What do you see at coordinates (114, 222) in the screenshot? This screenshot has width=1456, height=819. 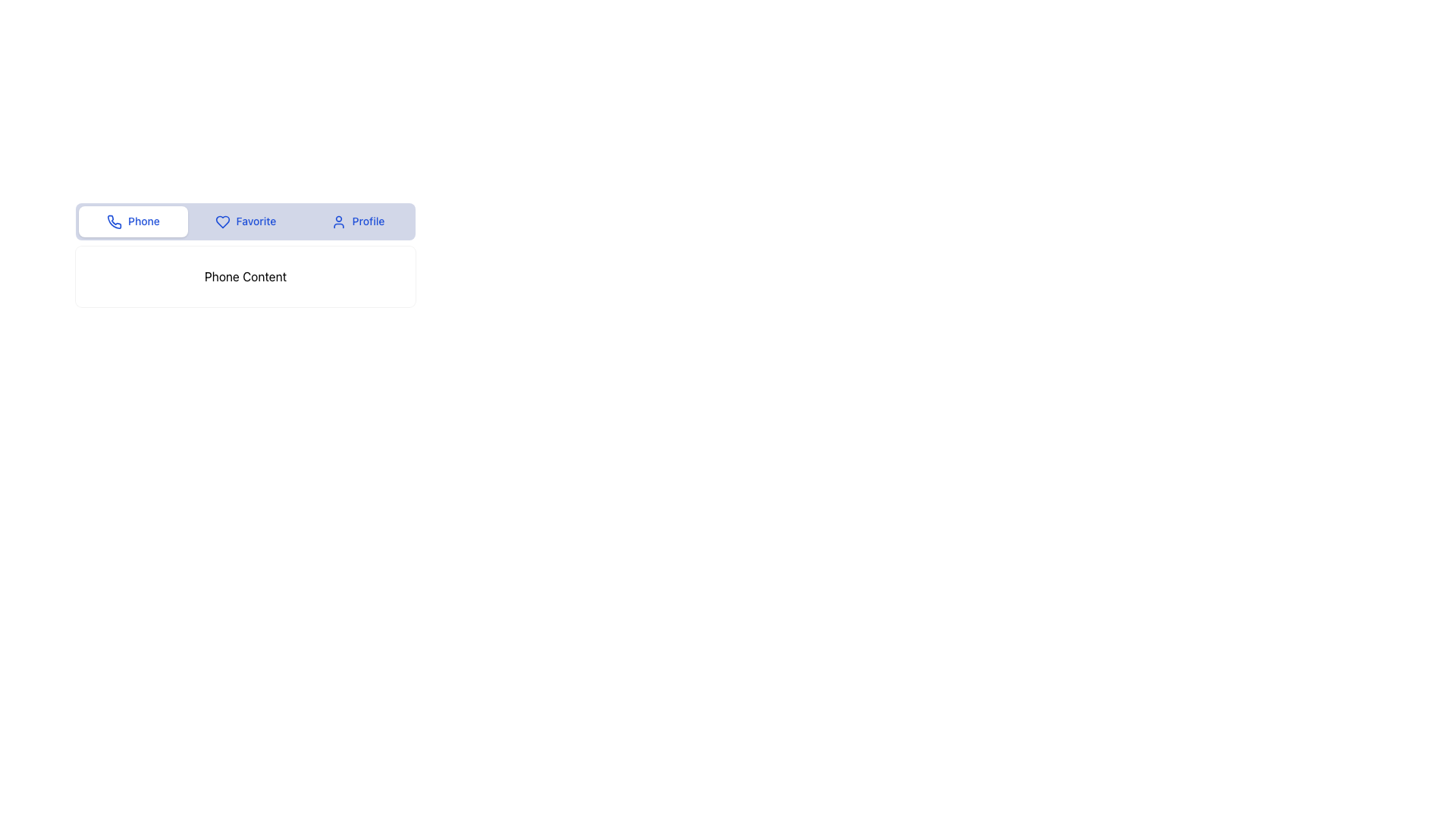 I see `the blue telephone receiver icon within the 'Phone' button located in the top-left navigation bar` at bounding box center [114, 222].